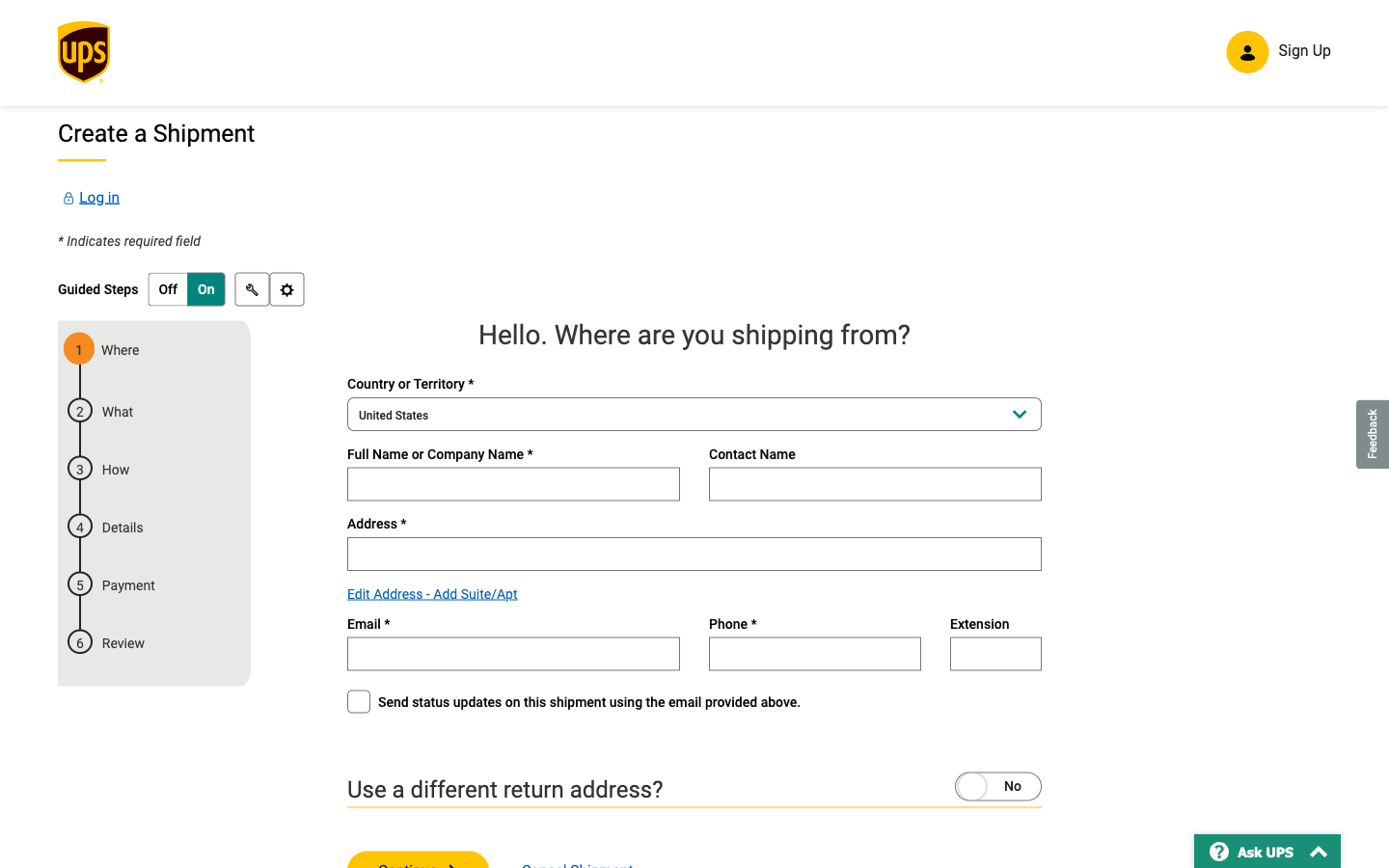 This screenshot has height=868, width=1389. I want to click on Confirm the shipping configurations, so click(285, 290).